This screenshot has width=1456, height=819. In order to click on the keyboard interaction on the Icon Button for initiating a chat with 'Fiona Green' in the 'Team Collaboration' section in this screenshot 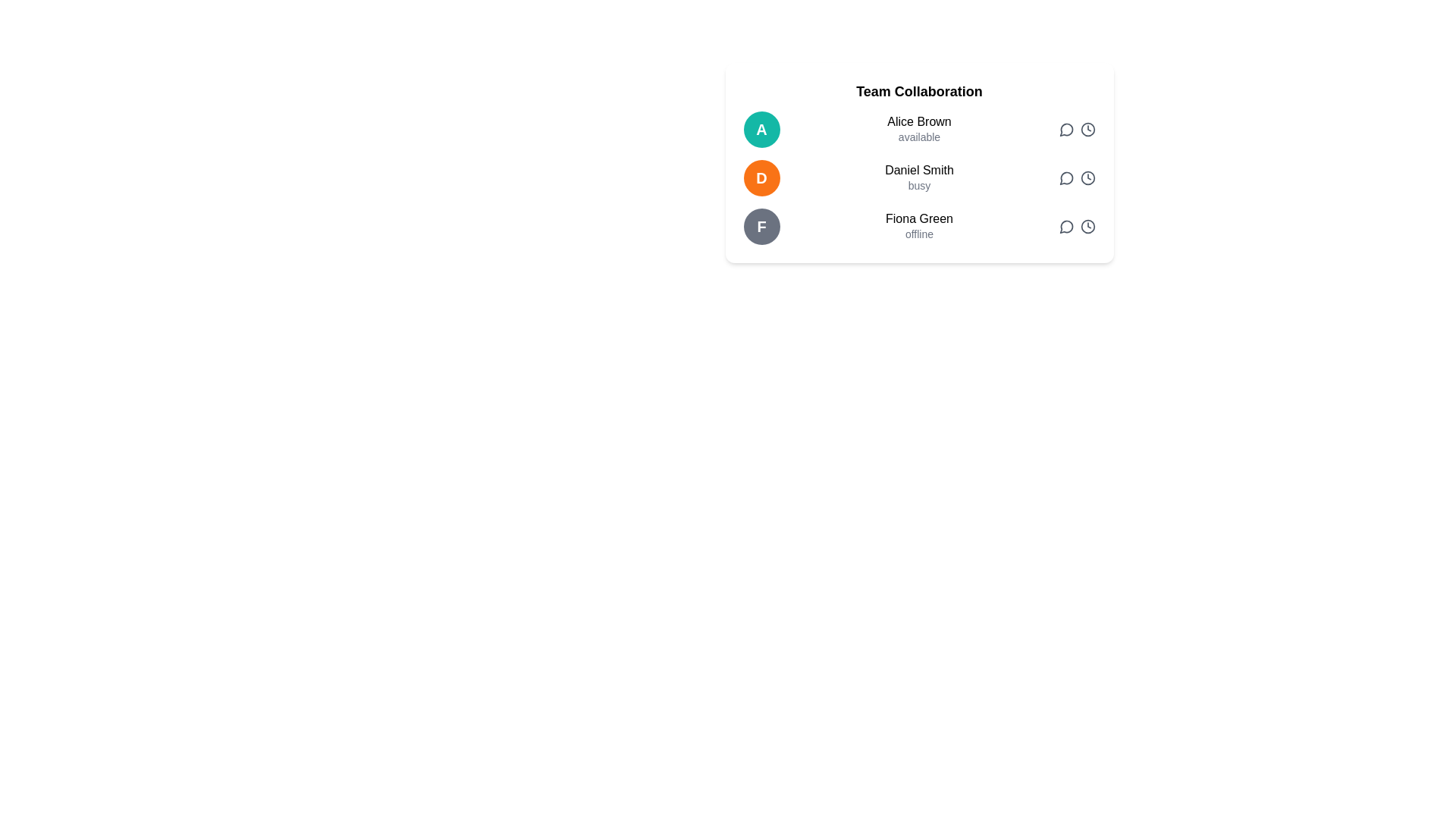, I will do `click(1065, 227)`.